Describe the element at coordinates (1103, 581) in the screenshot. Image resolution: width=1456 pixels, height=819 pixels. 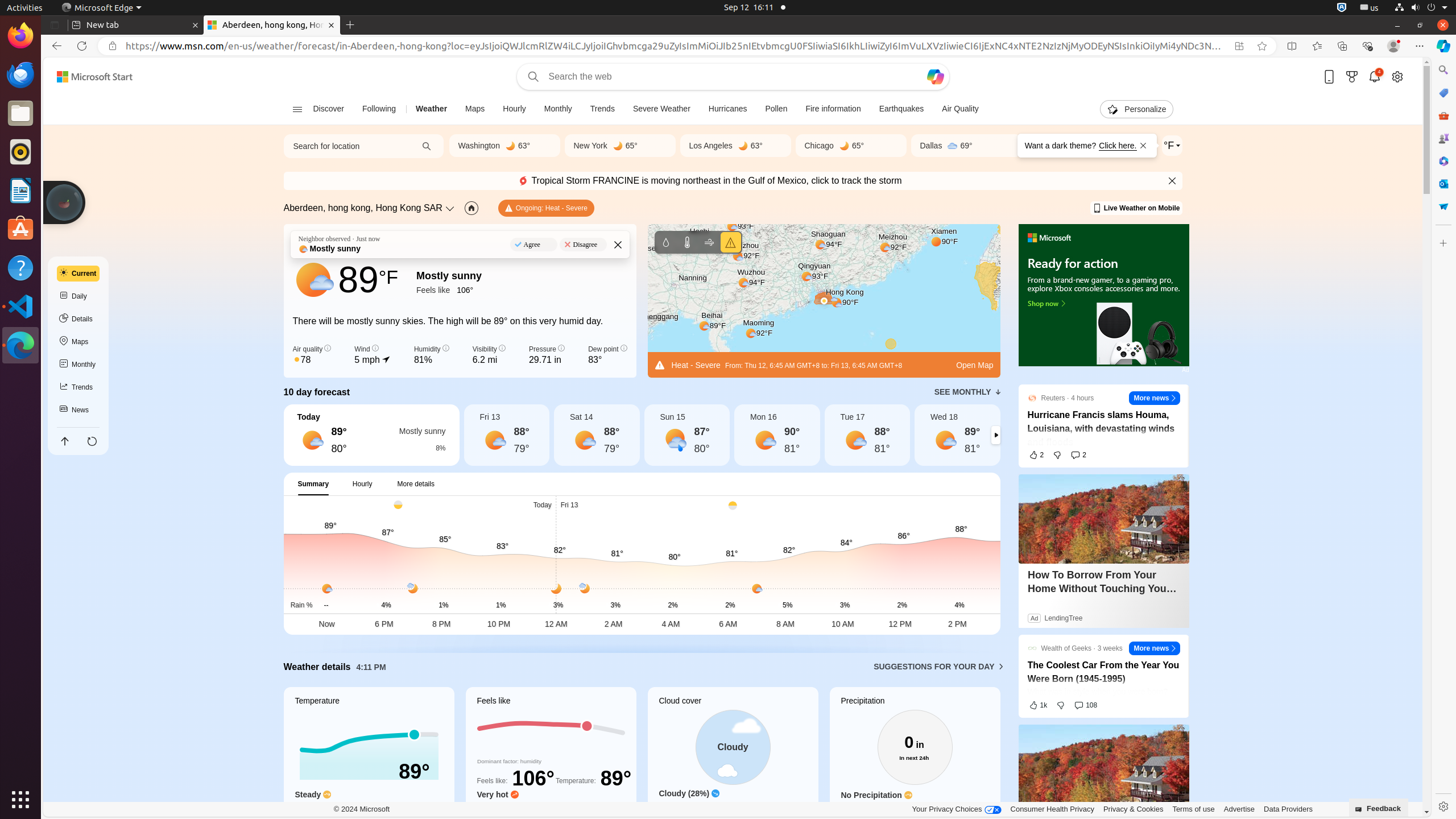
I see `'How To Borrow From Your Home Without Touching Your Mortgage'` at that location.